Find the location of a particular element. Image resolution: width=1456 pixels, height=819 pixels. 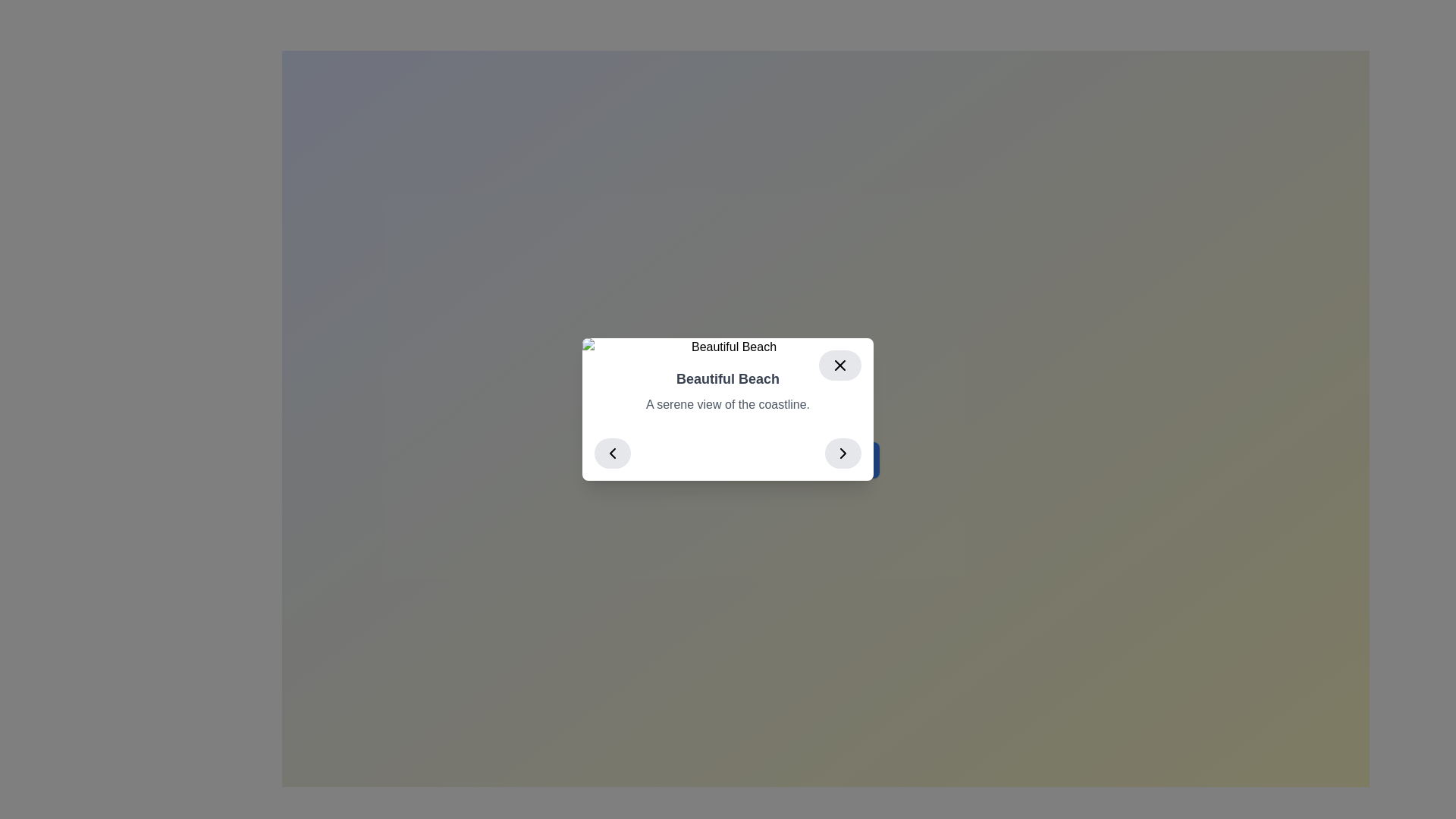

the leftward pointing chevron icon within the navigational button located at the bottom left corner of the pop-up card UI is located at coordinates (612, 452).